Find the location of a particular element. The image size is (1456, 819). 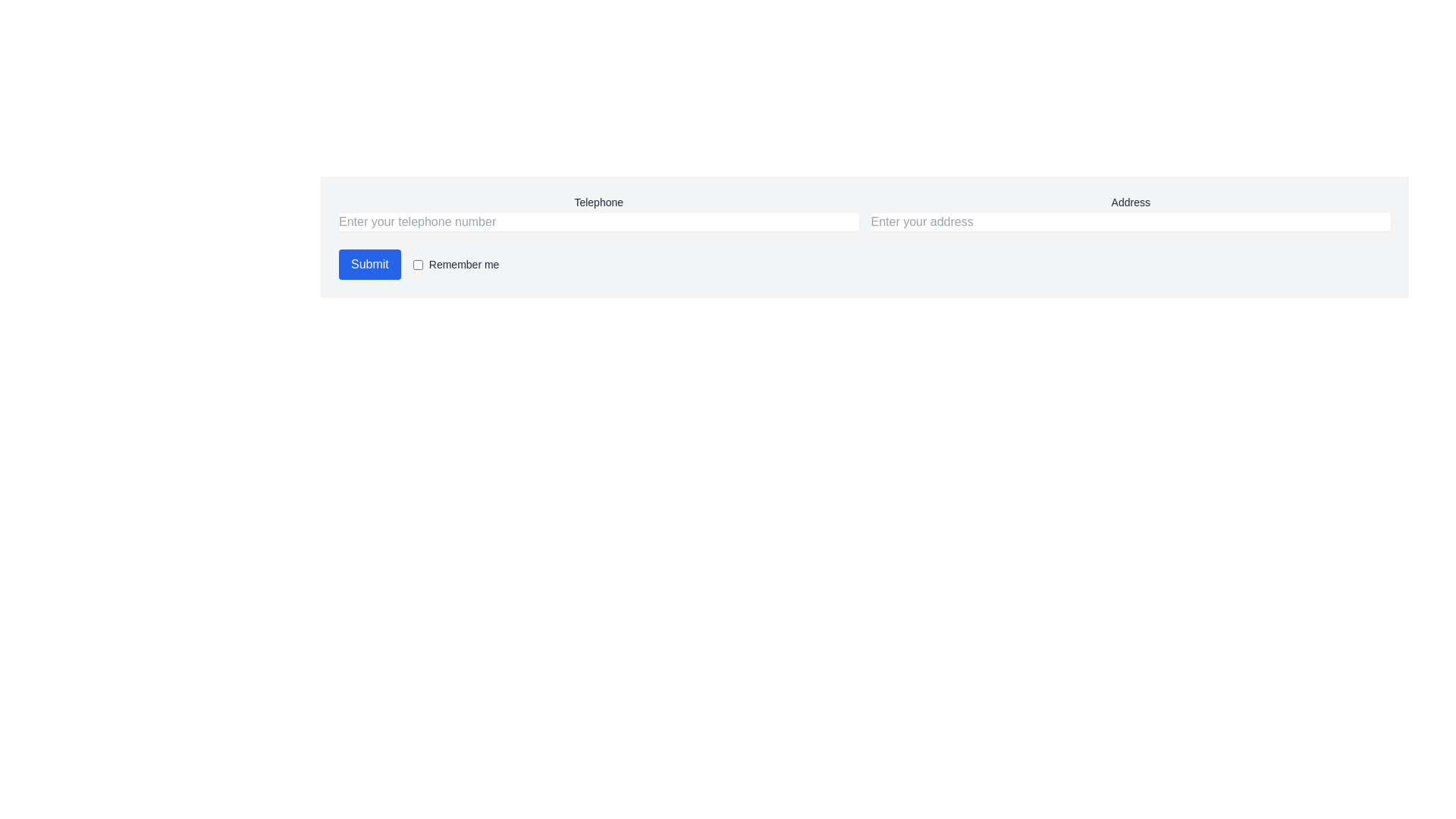

the Text Label containing the word 'Telephone', which is positioned above the input field for entering a telephone number is located at coordinates (598, 201).